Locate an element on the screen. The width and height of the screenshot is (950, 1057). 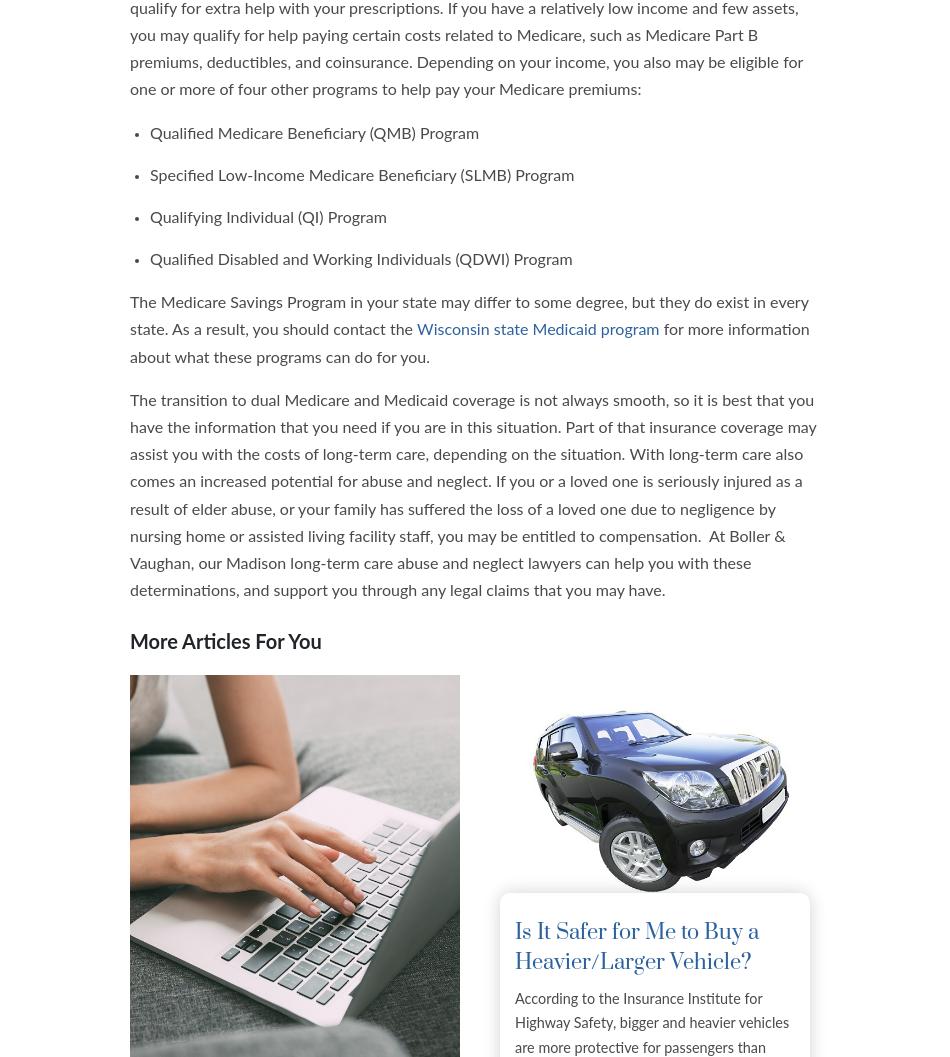
'The transition to dual Medicare and Medicaid coverage is not always smooth, so it is best that you have the information that you need if you are in this situation. Part of that insurance coverage may assist you with the costs of long-term care, depending on the situation. With long-term care also comes an increased potential for abuse and neglect. If you or a loved one is seriously injured as a result of elder abuse, or your family has suffered the loss of a loved one due to negligence by nursing home or assisted living facility staff, you may be entitled to compensation.  At Boller & Vaughan, our Madison long-term care abuse and neglect lawyers can help you with these determinations, and support you through any legal claims that you may have.' is located at coordinates (472, 495).